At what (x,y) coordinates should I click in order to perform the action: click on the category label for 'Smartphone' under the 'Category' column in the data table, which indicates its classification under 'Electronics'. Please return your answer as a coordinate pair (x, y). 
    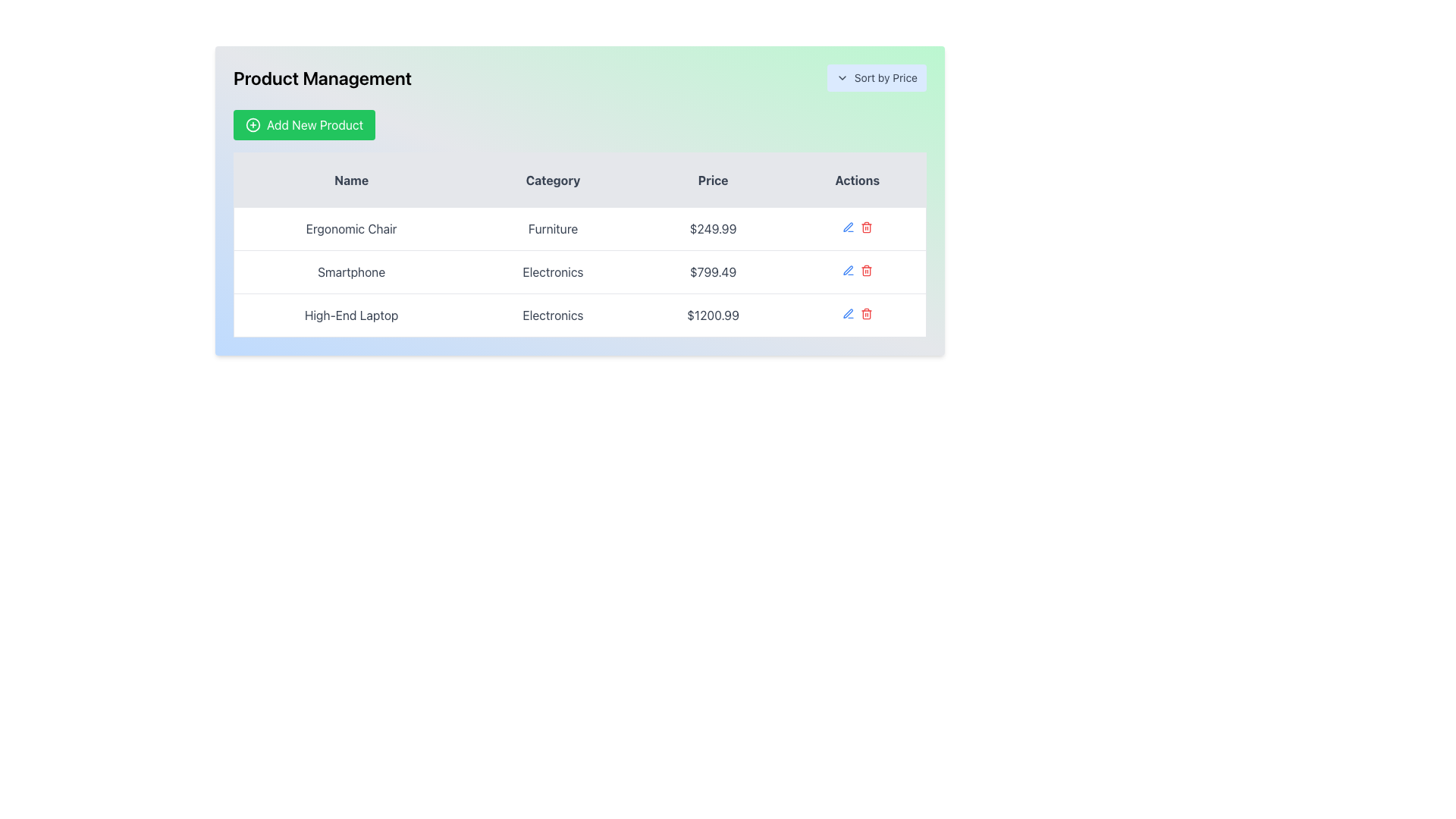
    Looking at the image, I should click on (552, 271).